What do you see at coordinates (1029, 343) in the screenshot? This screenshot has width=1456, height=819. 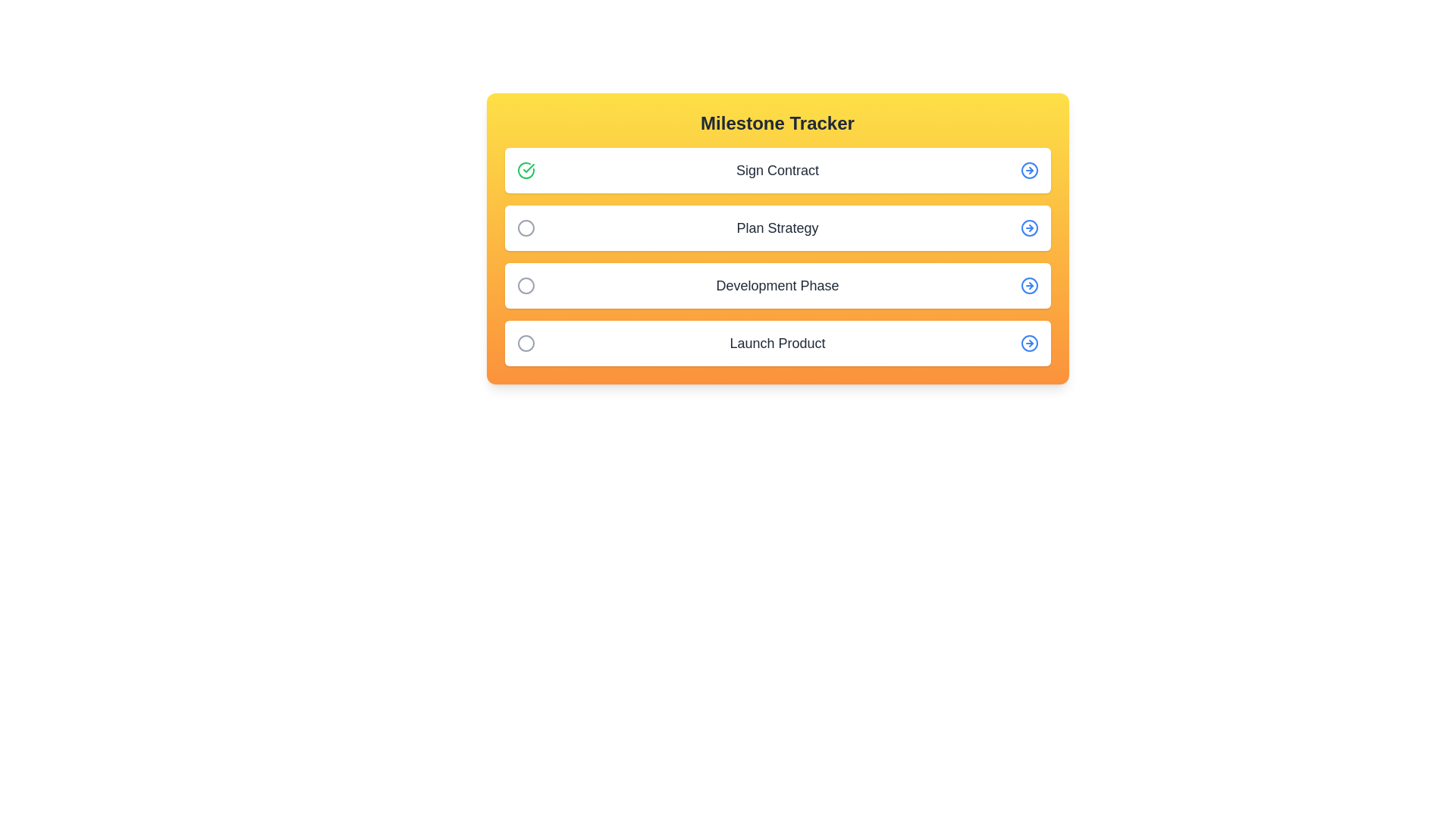 I see `the circular navigation icon with a blue arrow pointing to the right, located at the right end of the 'Launch Product' row` at bounding box center [1029, 343].